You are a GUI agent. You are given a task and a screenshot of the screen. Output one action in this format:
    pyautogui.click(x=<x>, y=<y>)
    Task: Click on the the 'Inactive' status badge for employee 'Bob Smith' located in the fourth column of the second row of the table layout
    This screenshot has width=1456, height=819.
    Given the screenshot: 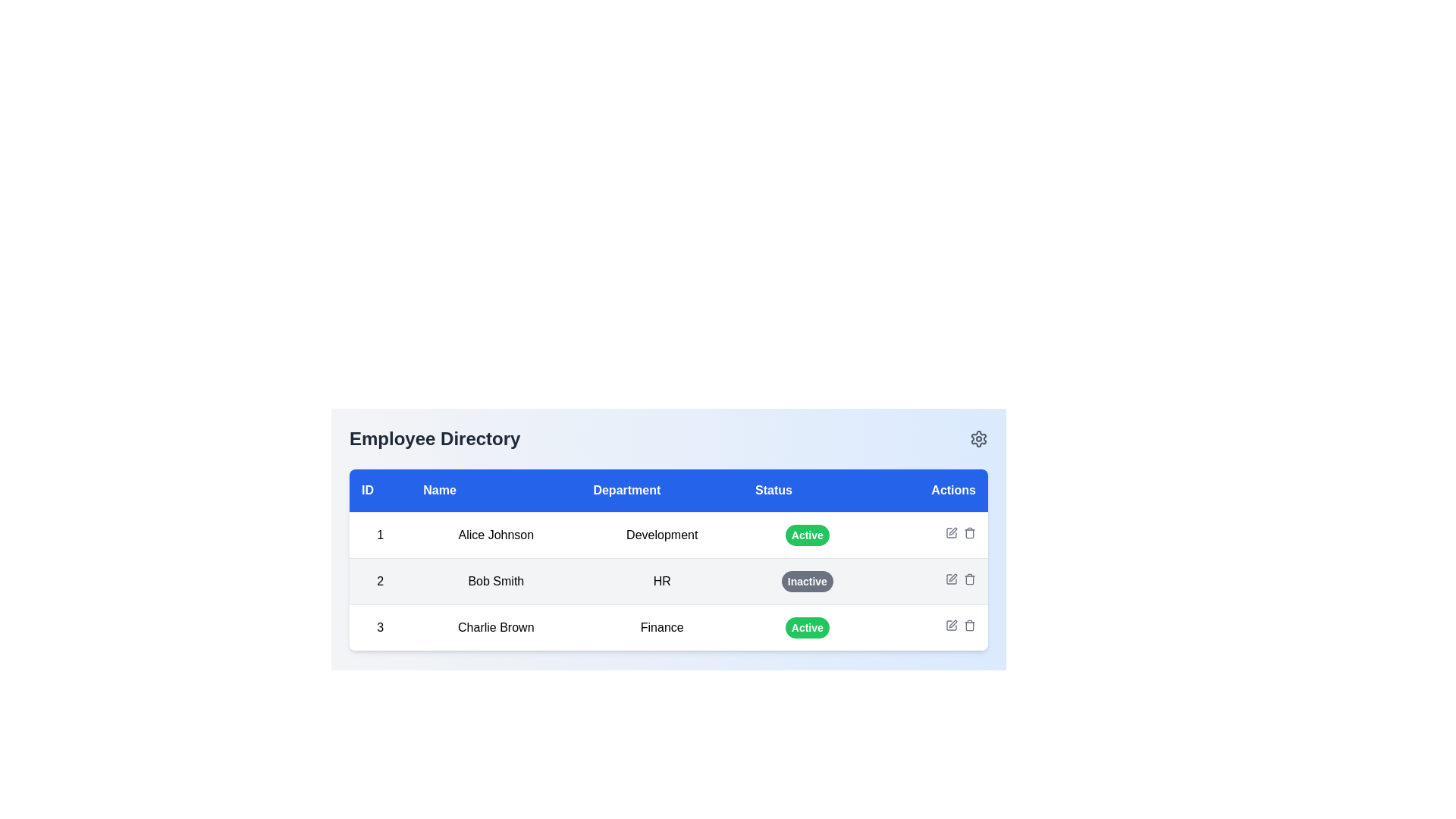 What is the action you would take?
    pyautogui.click(x=806, y=581)
    